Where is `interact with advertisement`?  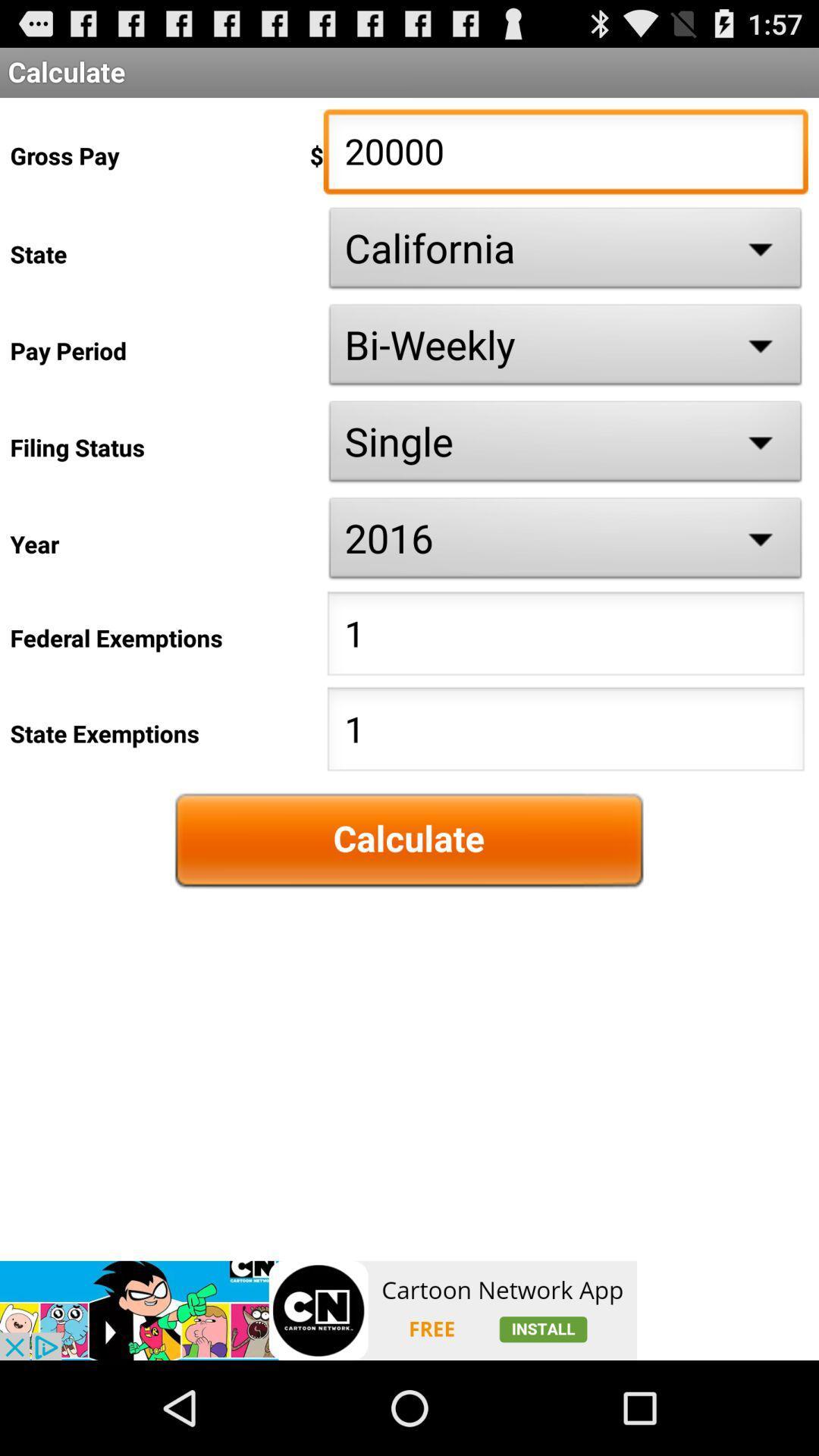 interact with advertisement is located at coordinates (318, 1310).